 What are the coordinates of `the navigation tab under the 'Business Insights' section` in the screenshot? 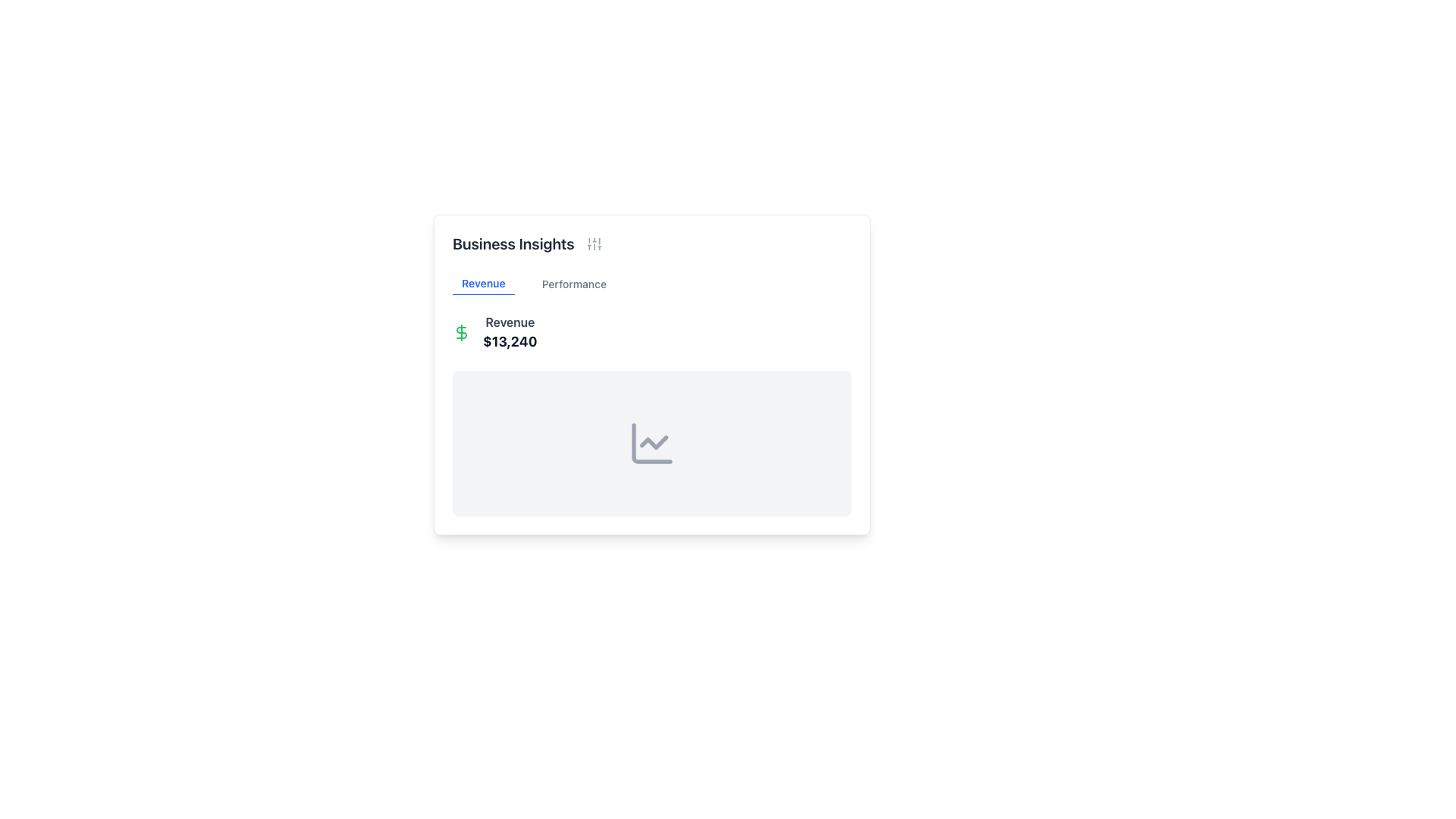 It's located at (482, 284).